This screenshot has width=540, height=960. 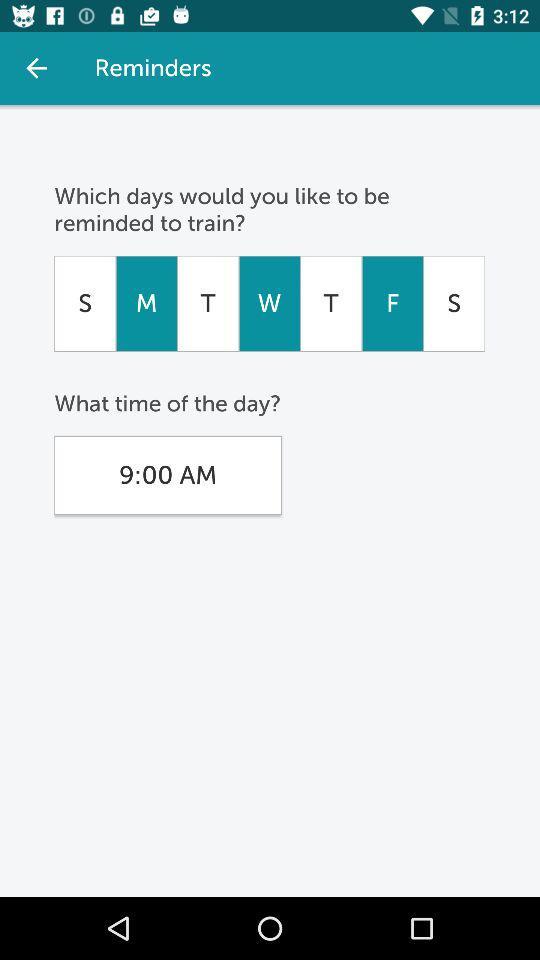 What do you see at coordinates (166, 475) in the screenshot?
I see `the 9:00 am item` at bounding box center [166, 475].